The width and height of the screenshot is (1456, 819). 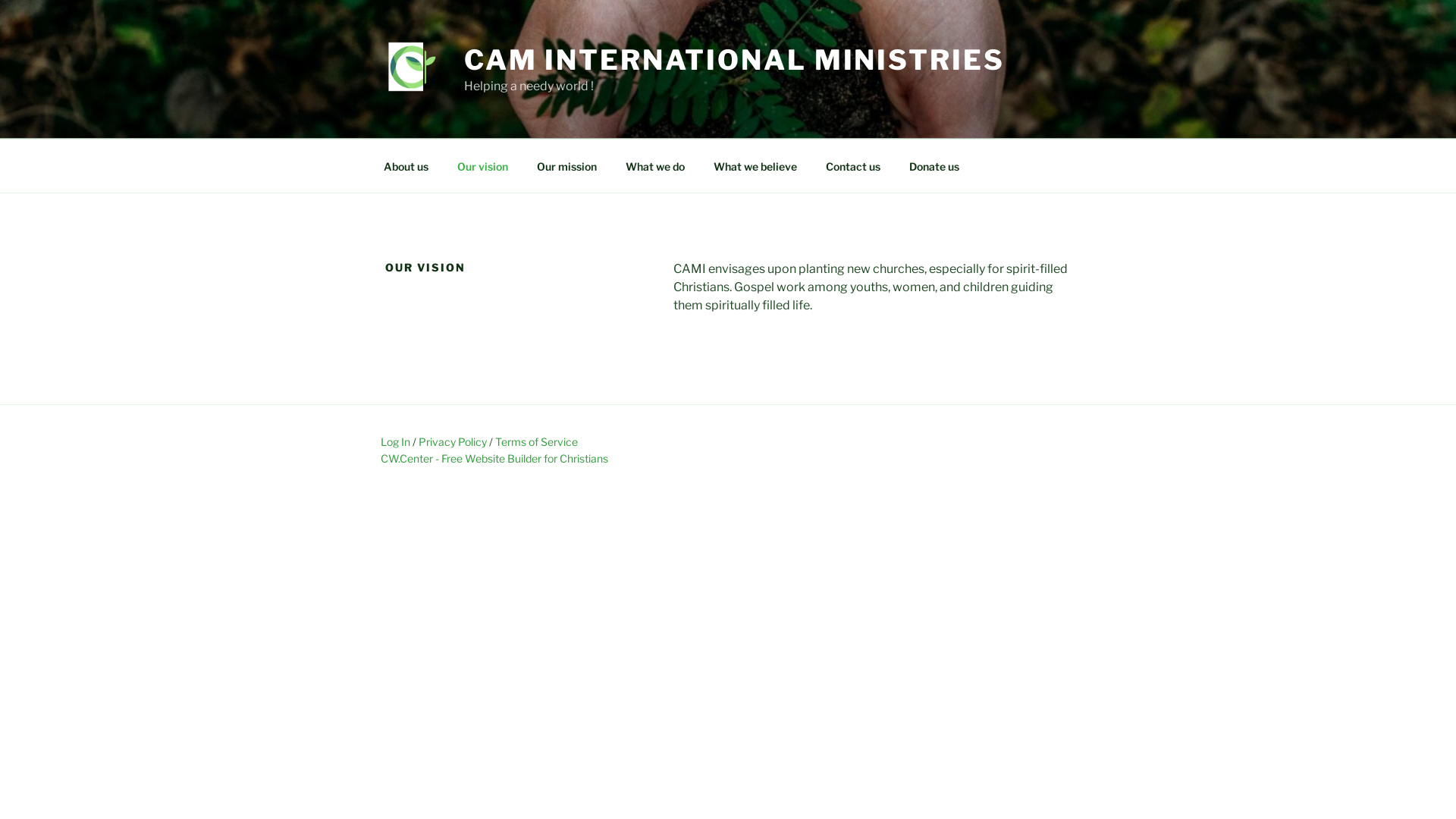 What do you see at coordinates (852, 165) in the screenshot?
I see `'Contact us'` at bounding box center [852, 165].